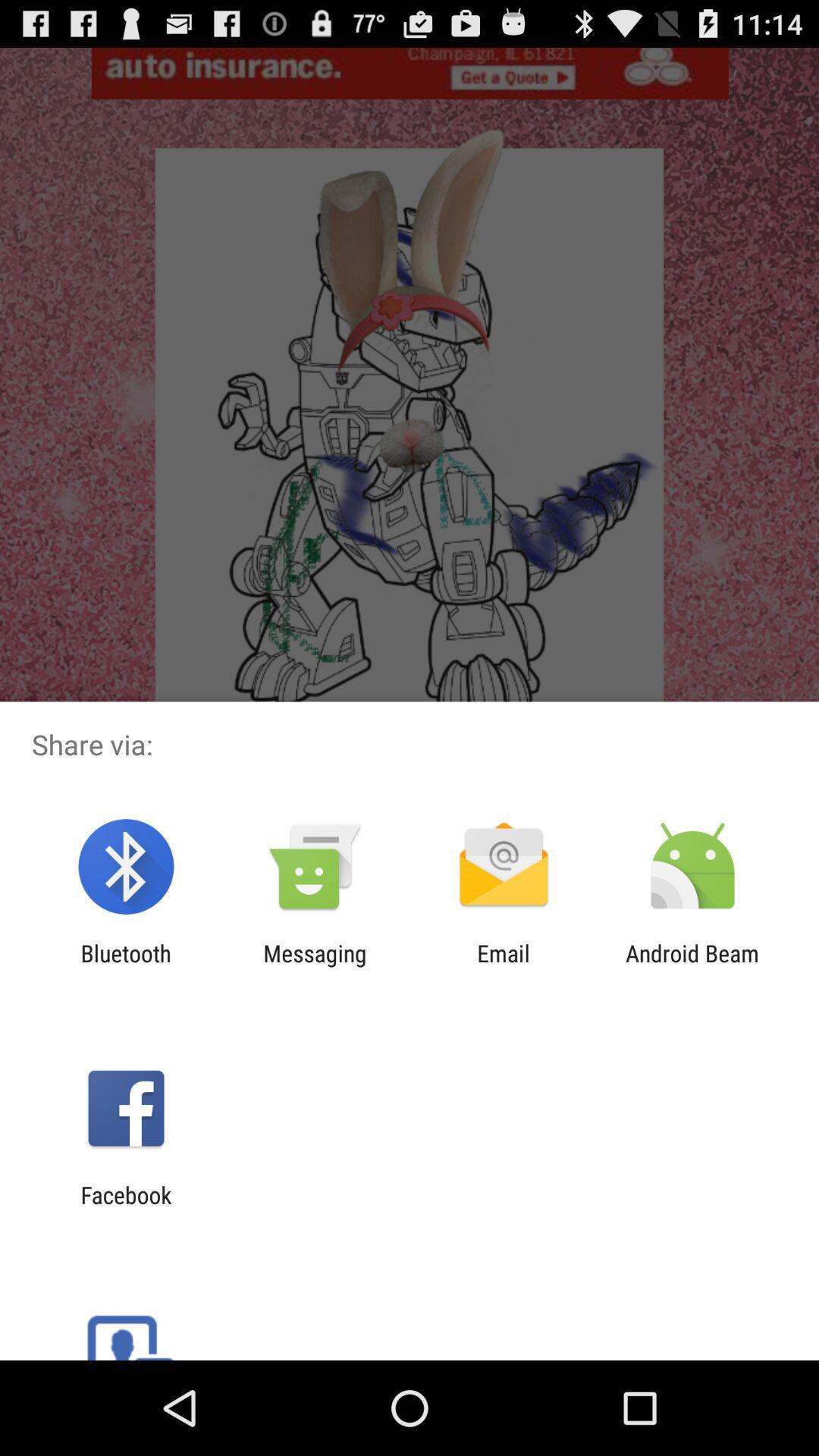 Image resolution: width=819 pixels, height=1456 pixels. I want to click on the icon next to the messaging app, so click(504, 966).